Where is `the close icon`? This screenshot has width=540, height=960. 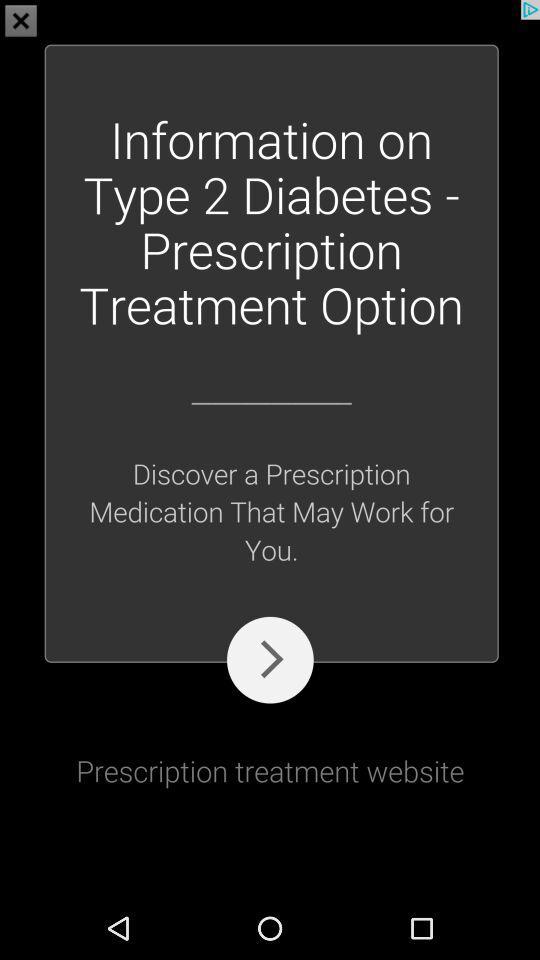
the close icon is located at coordinates (20, 20).